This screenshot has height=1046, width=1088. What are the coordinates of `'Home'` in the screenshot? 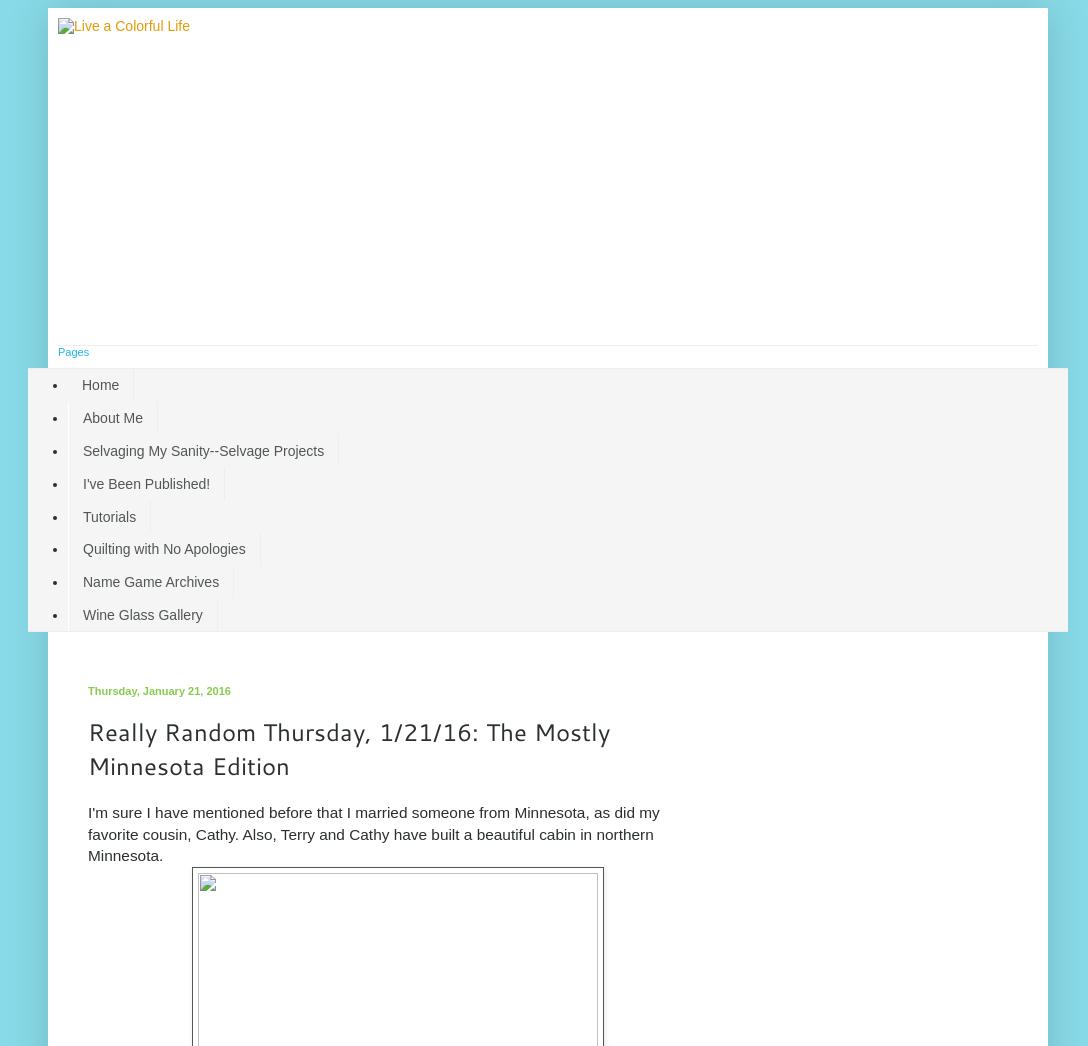 It's located at (100, 385).